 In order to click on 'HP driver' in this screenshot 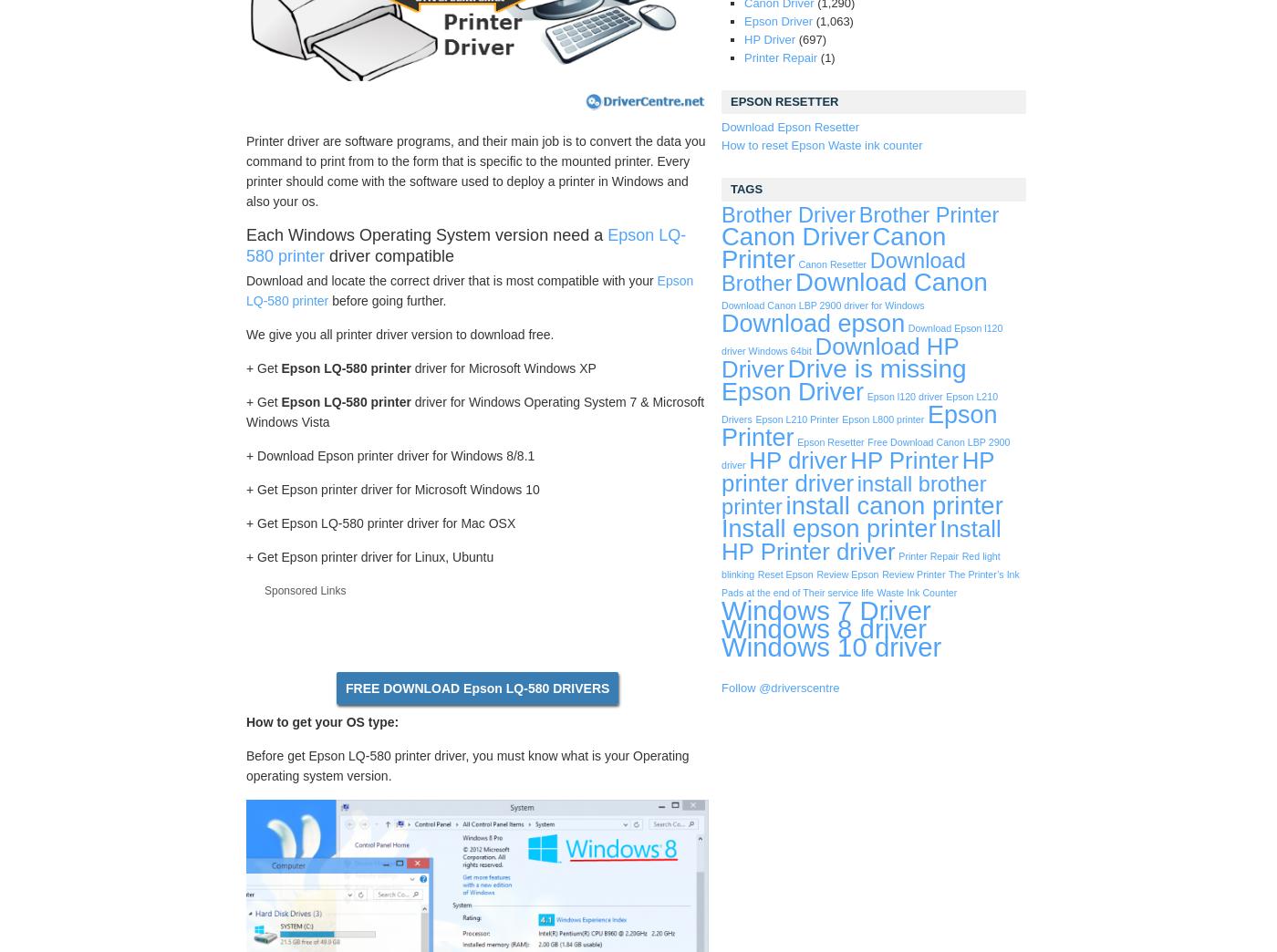, I will do `click(797, 460)`.